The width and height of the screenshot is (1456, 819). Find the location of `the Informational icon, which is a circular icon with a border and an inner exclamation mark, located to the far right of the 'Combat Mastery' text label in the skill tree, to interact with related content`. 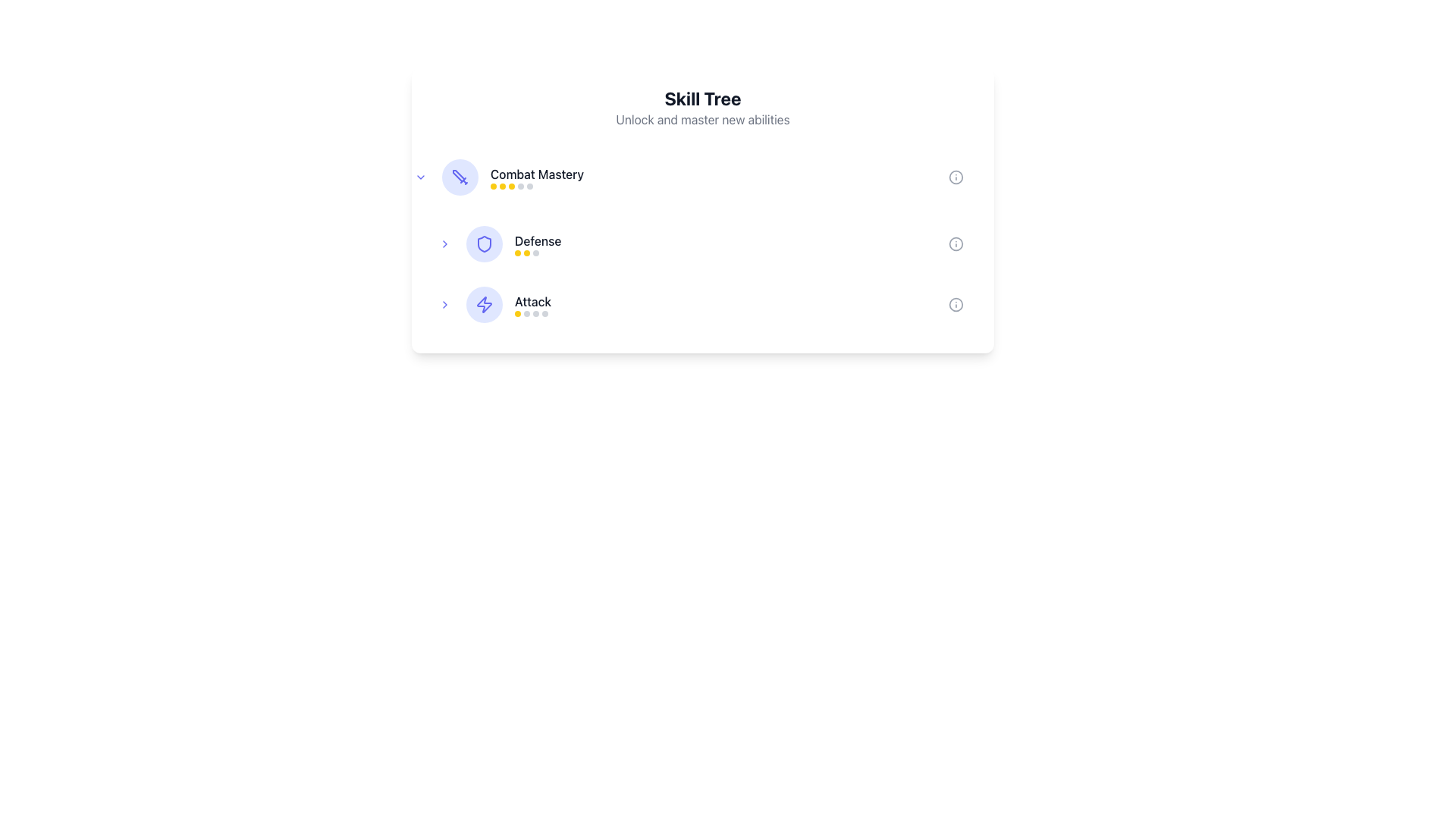

the Informational icon, which is a circular icon with a border and an inner exclamation mark, located to the far right of the 'Combat Mastery' text label in the skill tree, to interact with related content is located at coordinates (955, 177).